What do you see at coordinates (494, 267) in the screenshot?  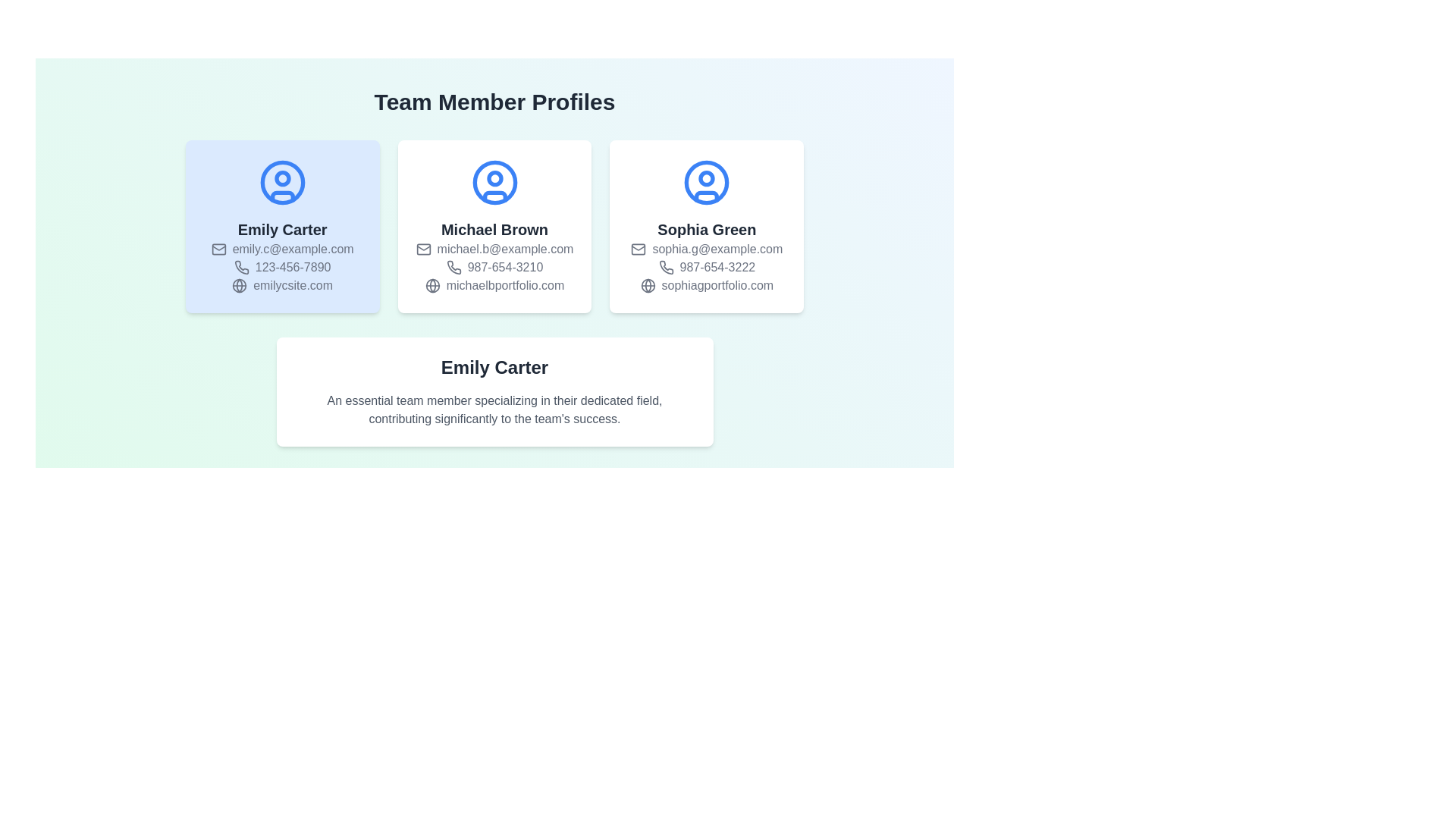 I see `the text displaying the contact phone number for 'Michael Brown', located in the third data row of the profile cards` at bounding box center [494, 267].